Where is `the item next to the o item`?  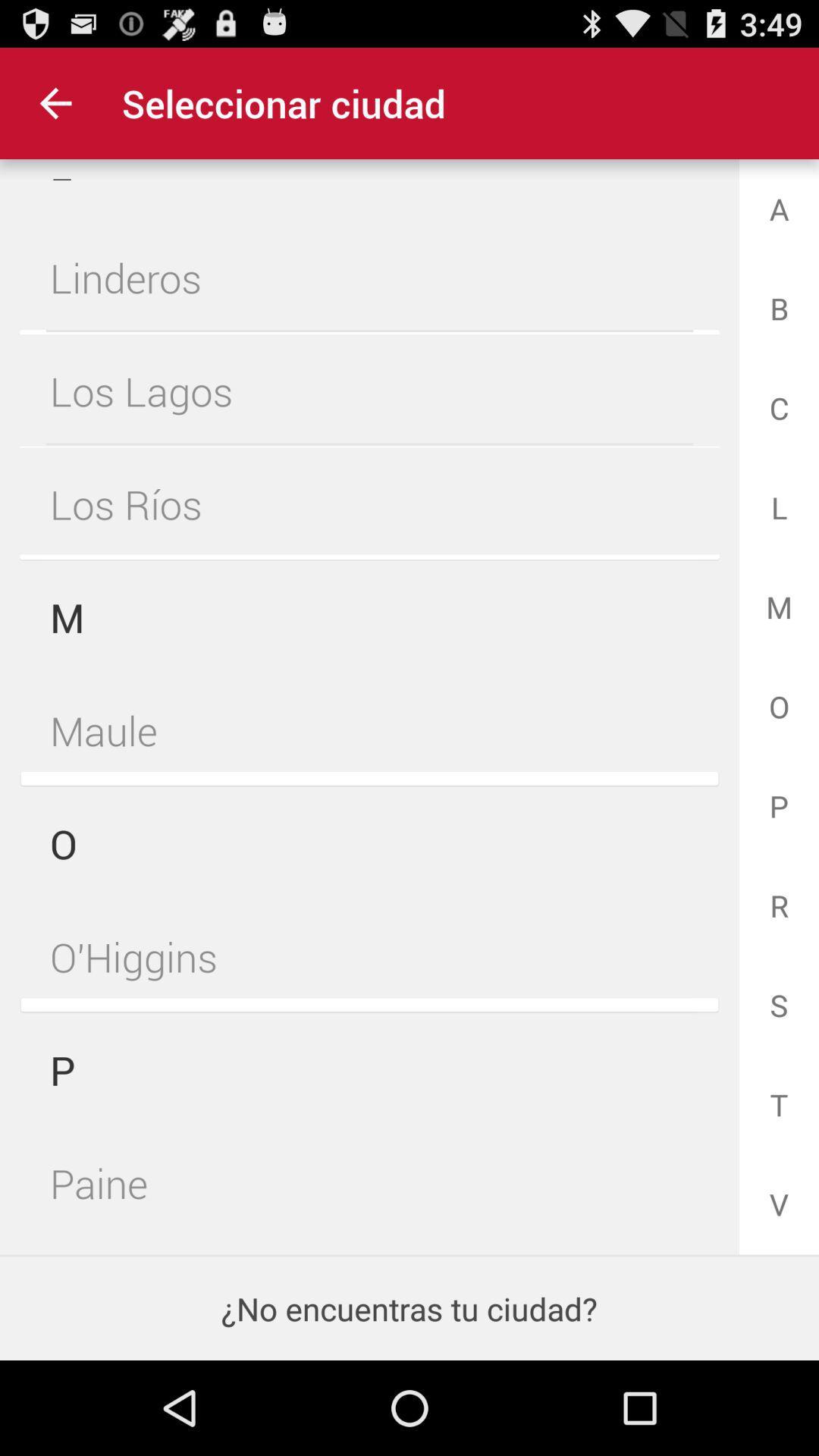 the item next to the o item is located at coordinates (369, 730).